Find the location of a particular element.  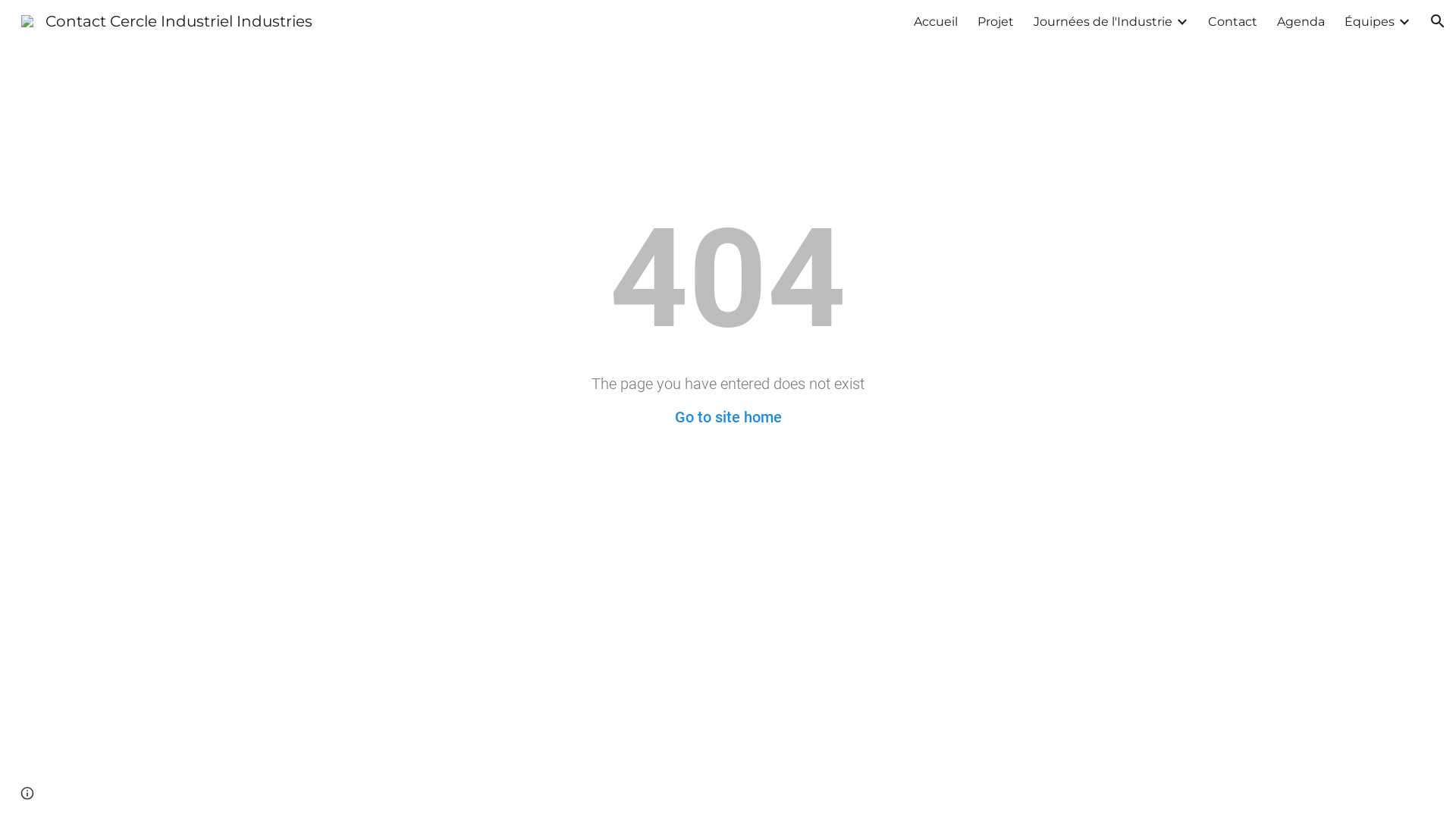

'Expand/Collapse' is located at coordinates (1403, 20).